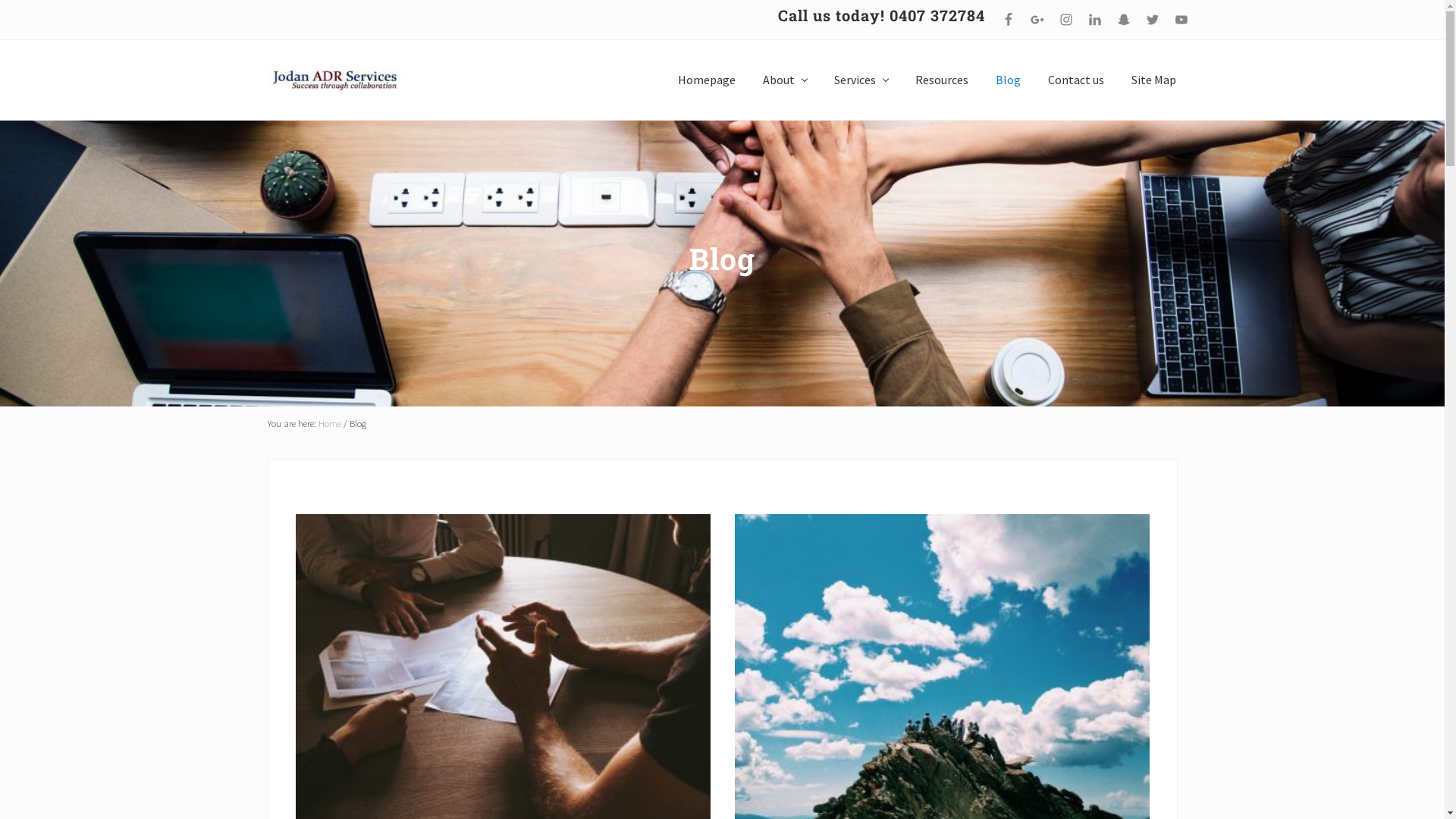  I want to click on 'Facebook', so click(1008, 20).